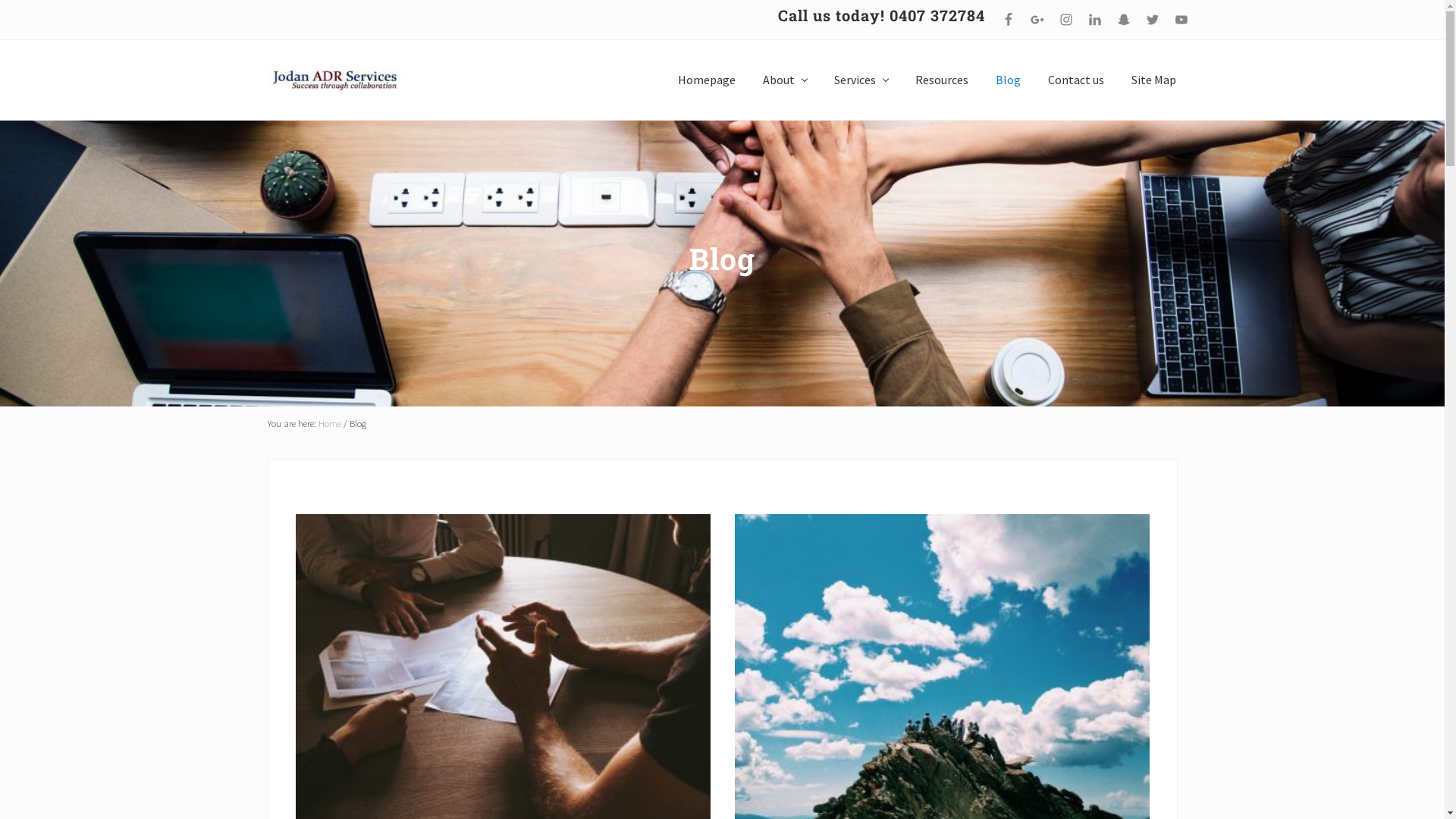  I want to click on 'Facebook', so click(1008, 20).